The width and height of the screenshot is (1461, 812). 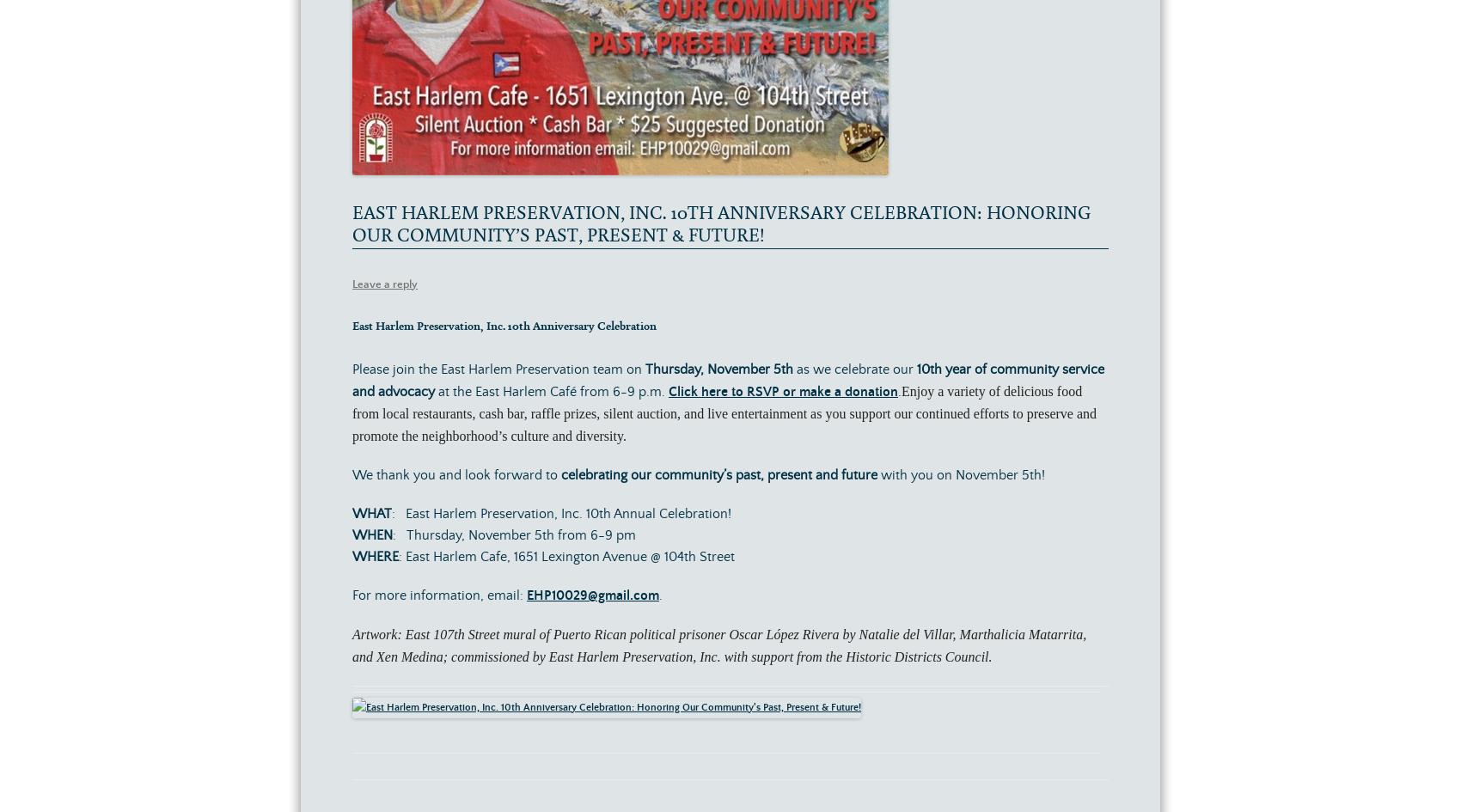 What do you see at coordinates (376, 555) in the screenshot?
I see `'WHERE'` at bounding box center [376, 555].